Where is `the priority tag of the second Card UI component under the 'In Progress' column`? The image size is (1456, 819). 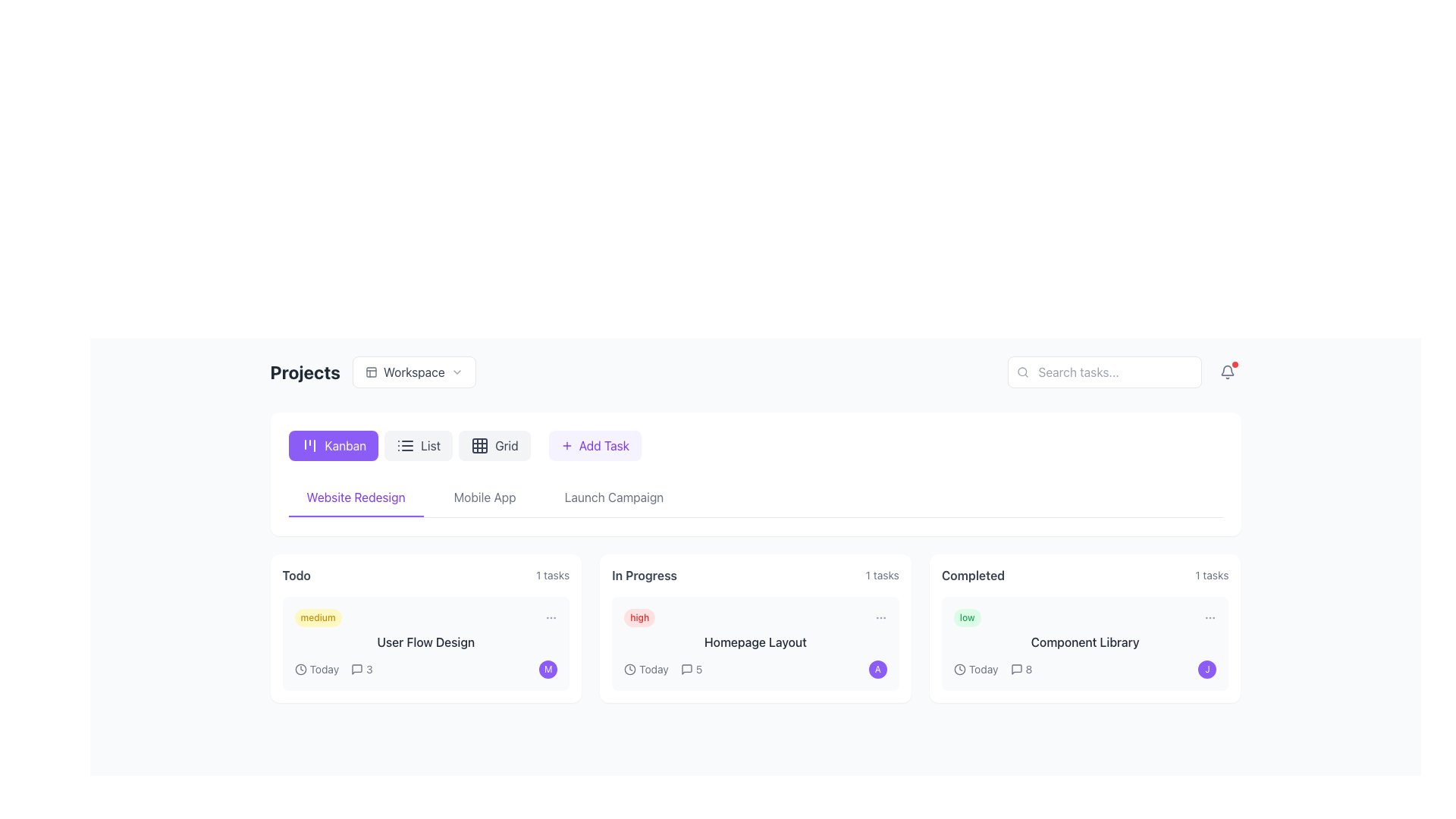
the priority tag of the second Card UI component under the 'In Progress' column is located at coordinates (755, 629).